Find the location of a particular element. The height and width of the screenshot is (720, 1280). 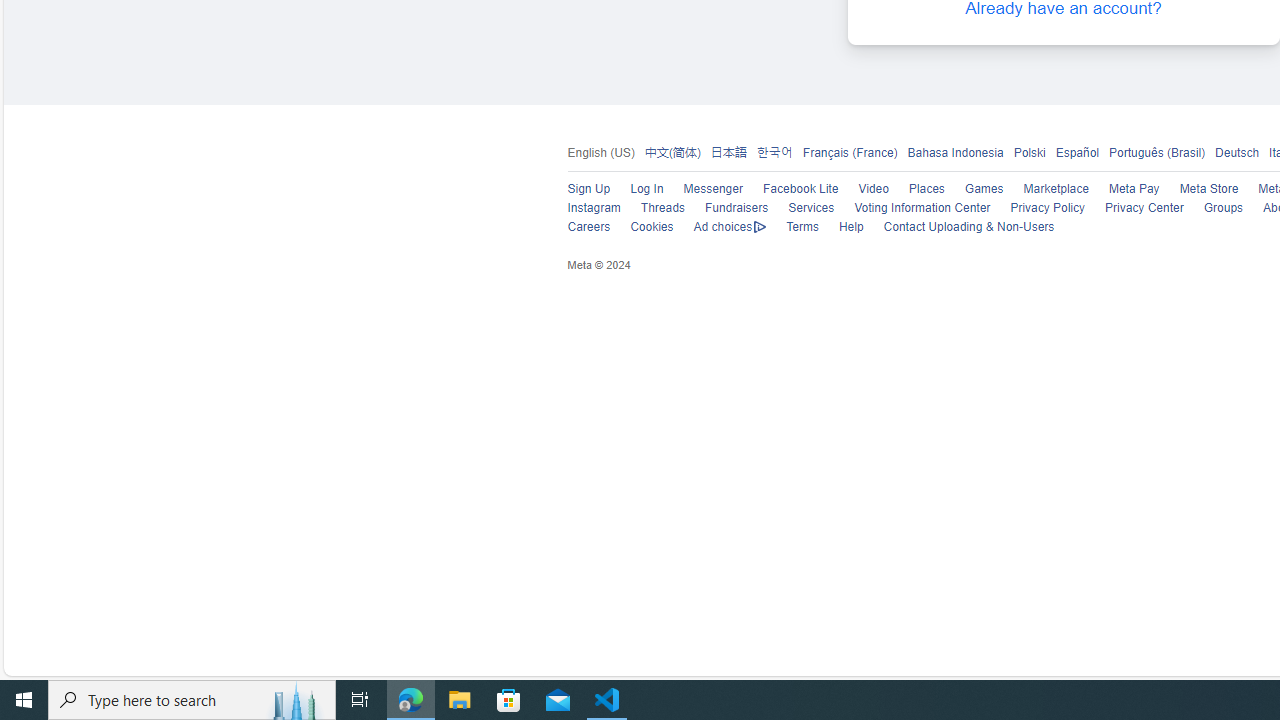

'Video' is located at coordinates (864, 190).